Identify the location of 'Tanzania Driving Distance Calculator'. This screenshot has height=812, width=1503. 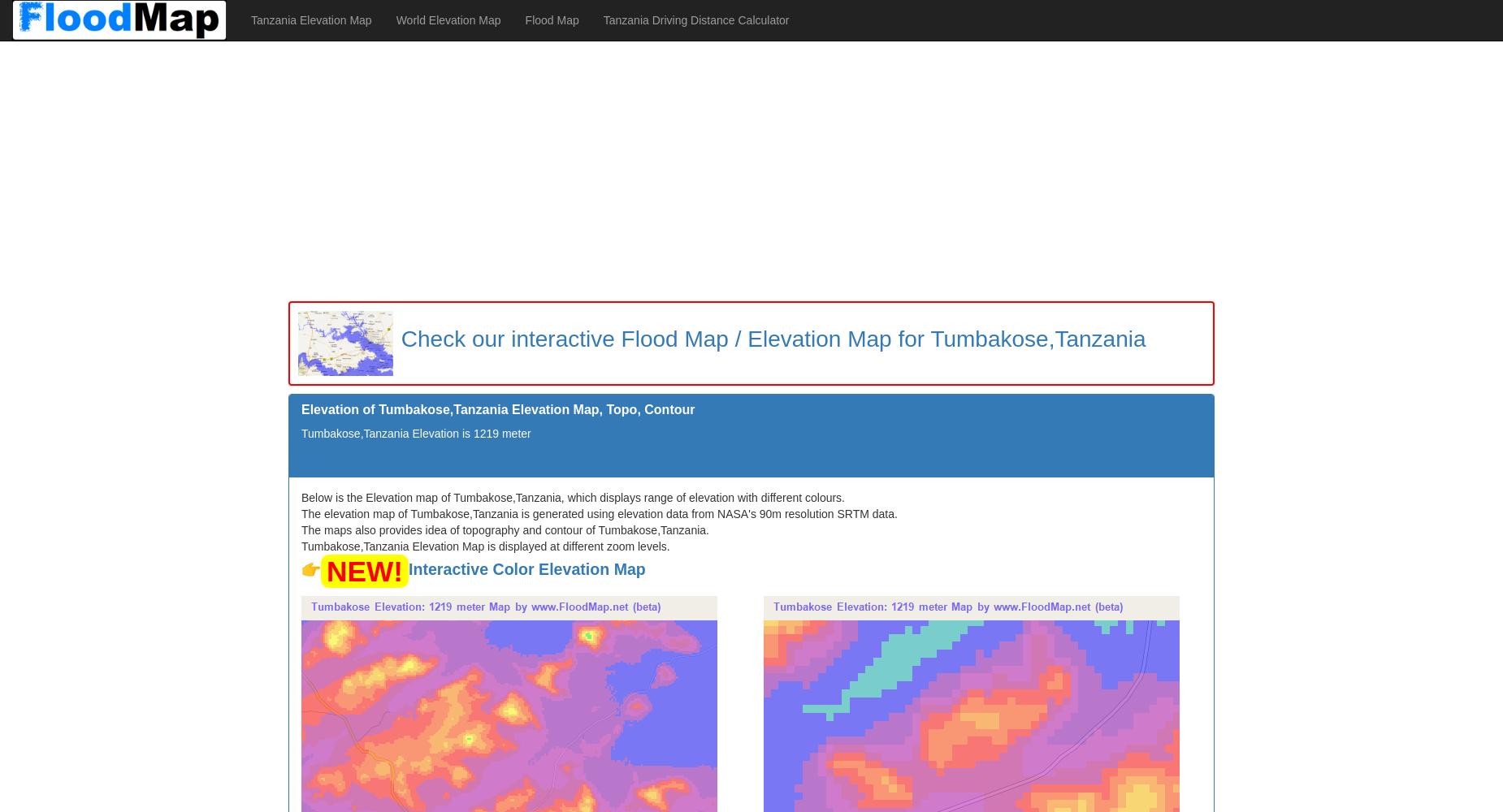
(695, 20).